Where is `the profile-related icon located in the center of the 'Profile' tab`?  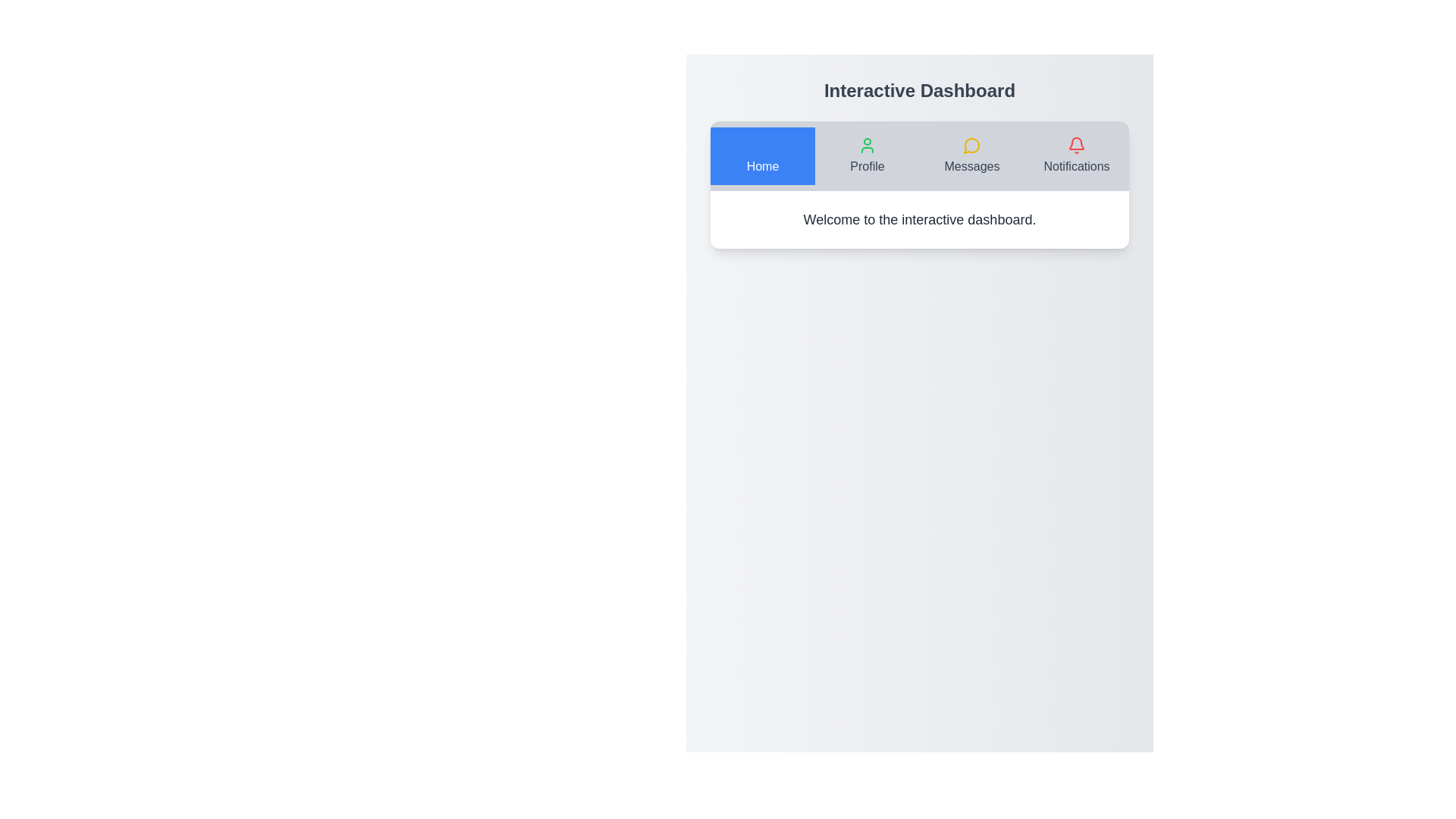
the profile-related icon located in the center of the 'Profile' tab is located at coordinates (867, 146).